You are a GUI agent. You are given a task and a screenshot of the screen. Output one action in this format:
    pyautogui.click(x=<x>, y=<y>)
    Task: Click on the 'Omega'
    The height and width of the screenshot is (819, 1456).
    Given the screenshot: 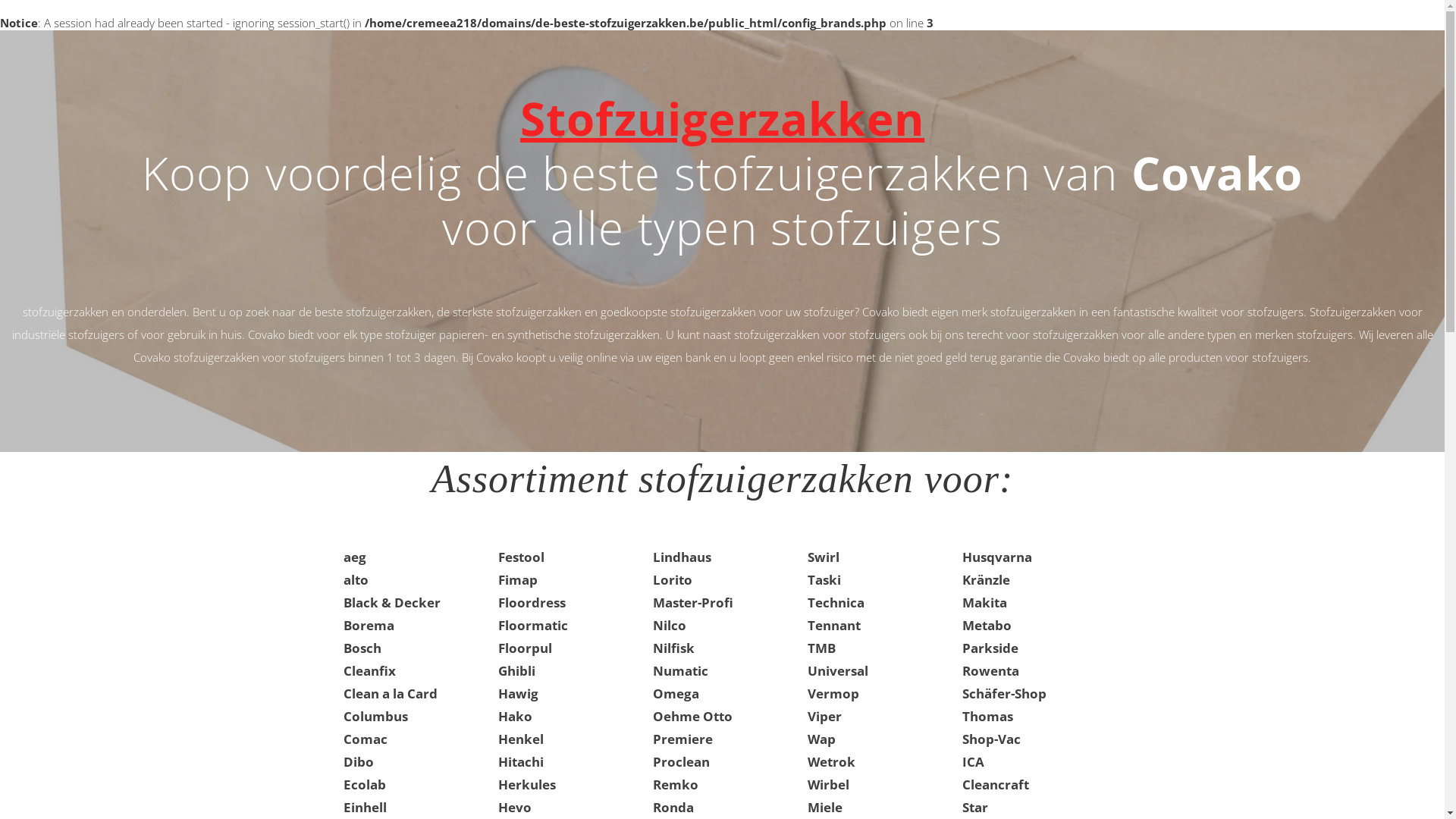 What is the action you would take?
    pyautogui.click(x=674, y=693)
    